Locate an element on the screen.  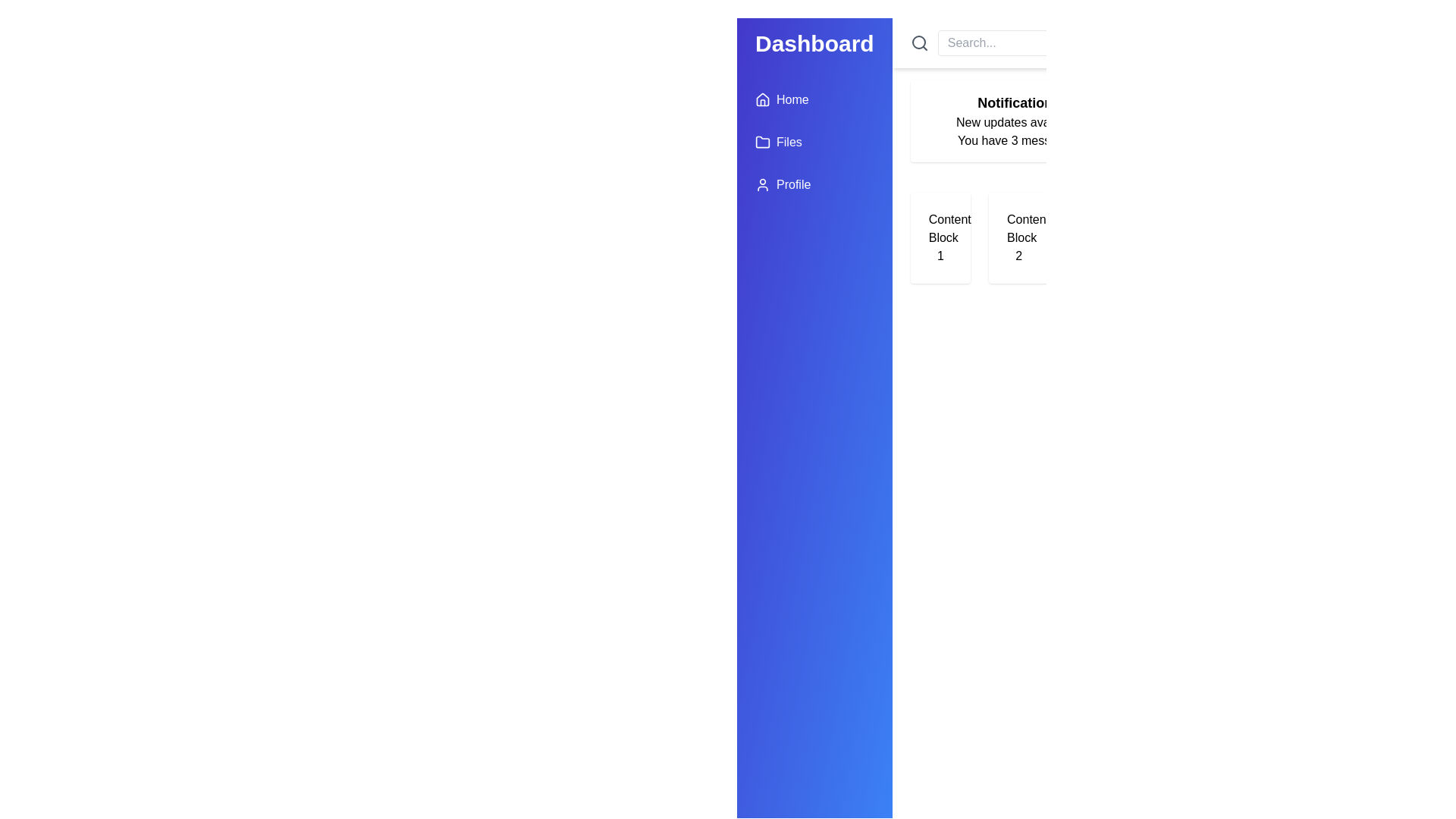
the profile icon, which is a white outline of a person on a blue background, located next to the text 'Profile' in the vertical navigation bar is located at coordinates (763, 184).